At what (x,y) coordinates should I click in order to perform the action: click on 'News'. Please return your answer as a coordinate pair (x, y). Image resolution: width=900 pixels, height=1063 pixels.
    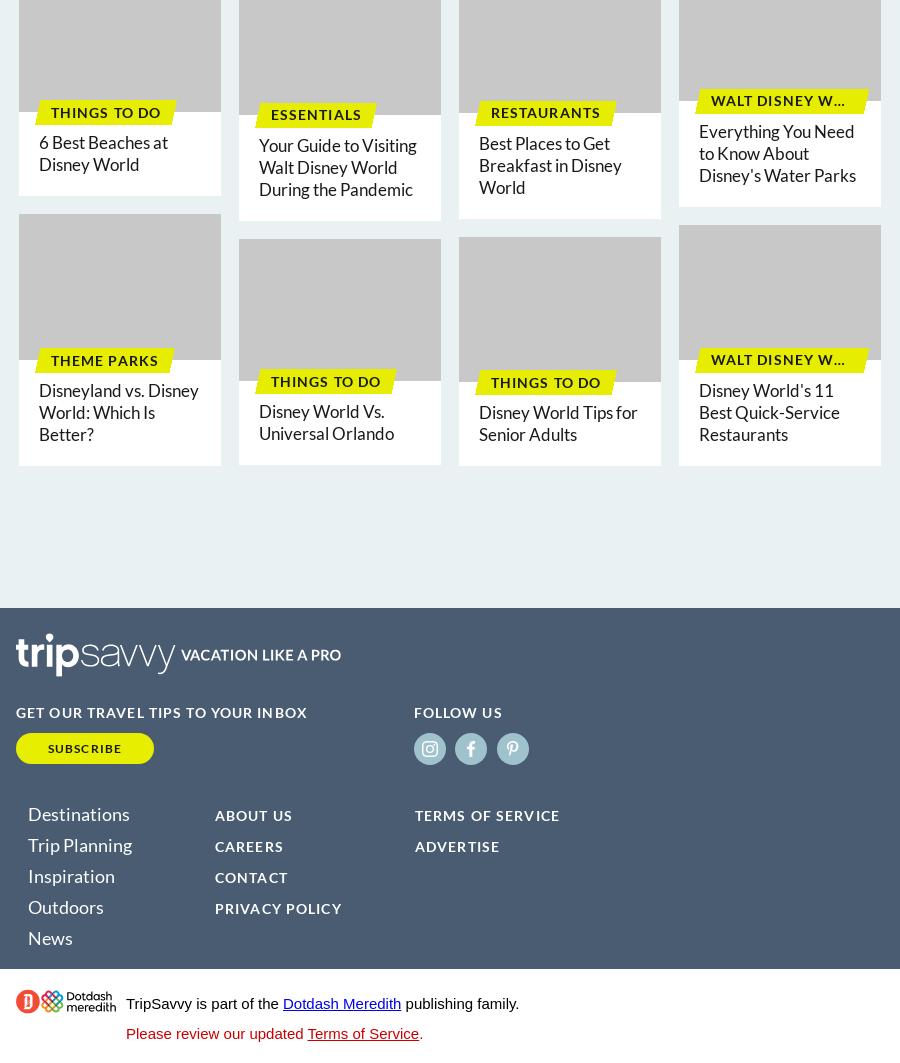
    Looking at the image, I should click on (49, 936).